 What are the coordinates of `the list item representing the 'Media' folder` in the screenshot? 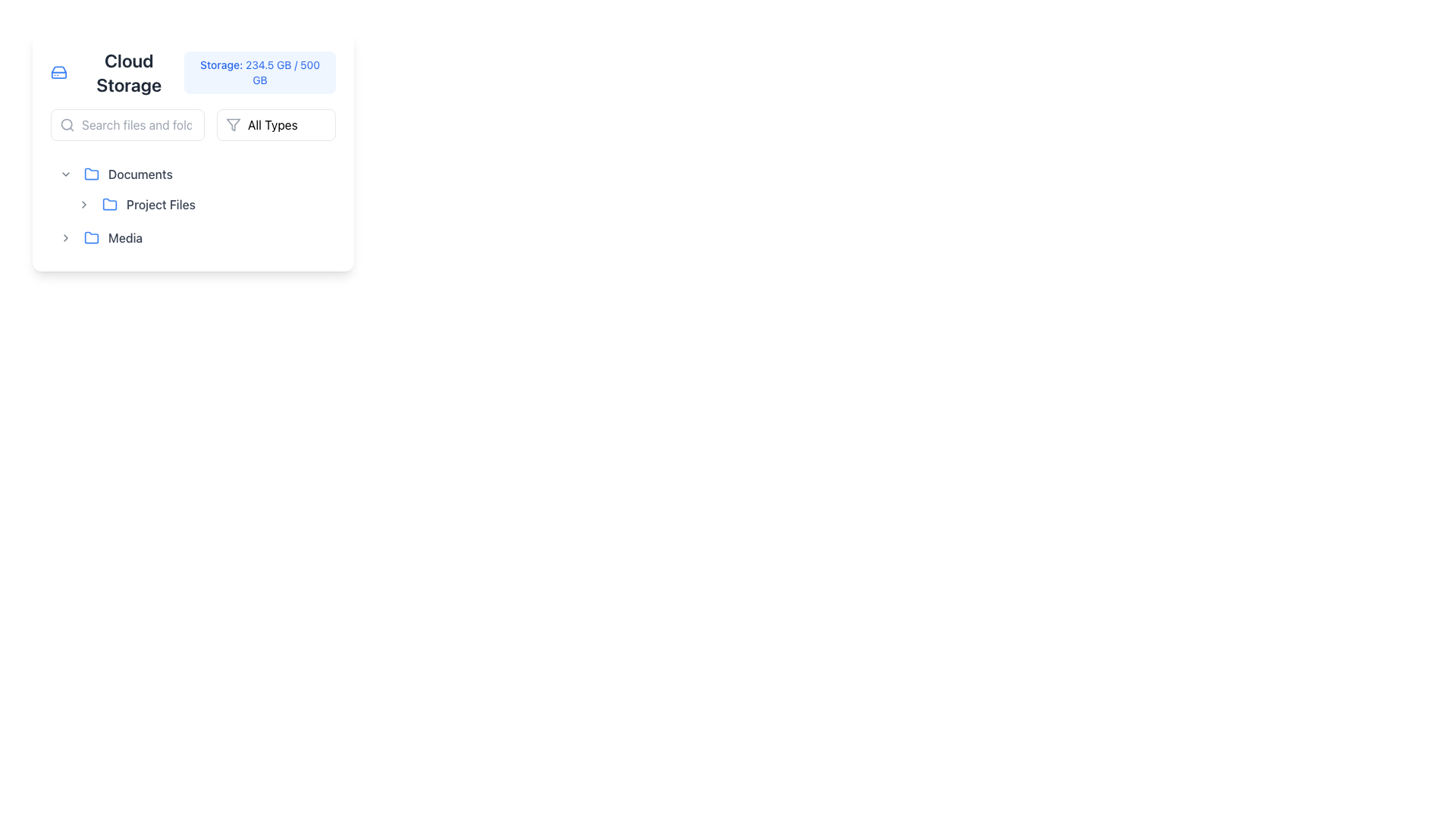 It's located at (134, 237).